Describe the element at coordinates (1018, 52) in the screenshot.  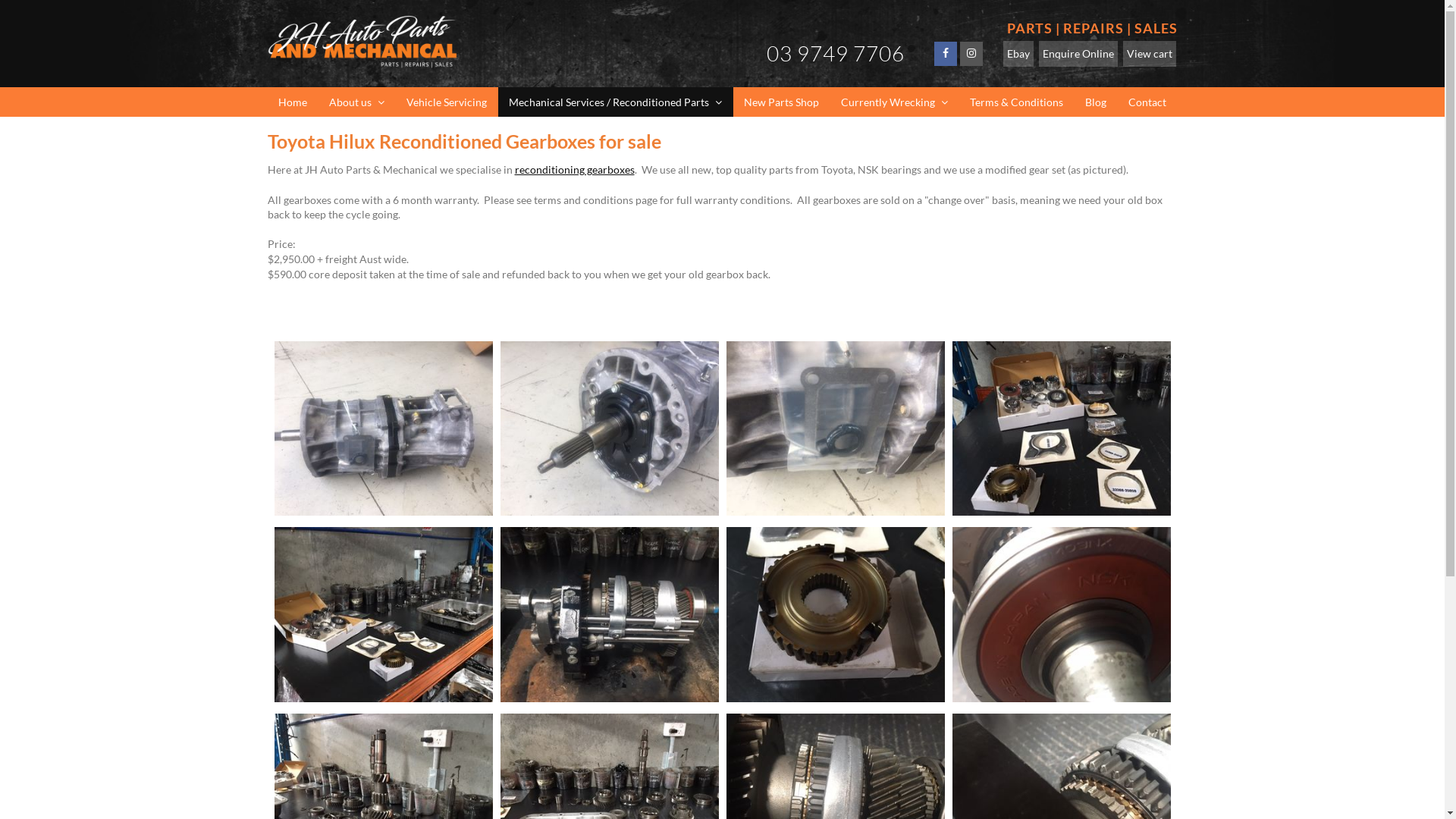
I see `'Ebay'` at that location.